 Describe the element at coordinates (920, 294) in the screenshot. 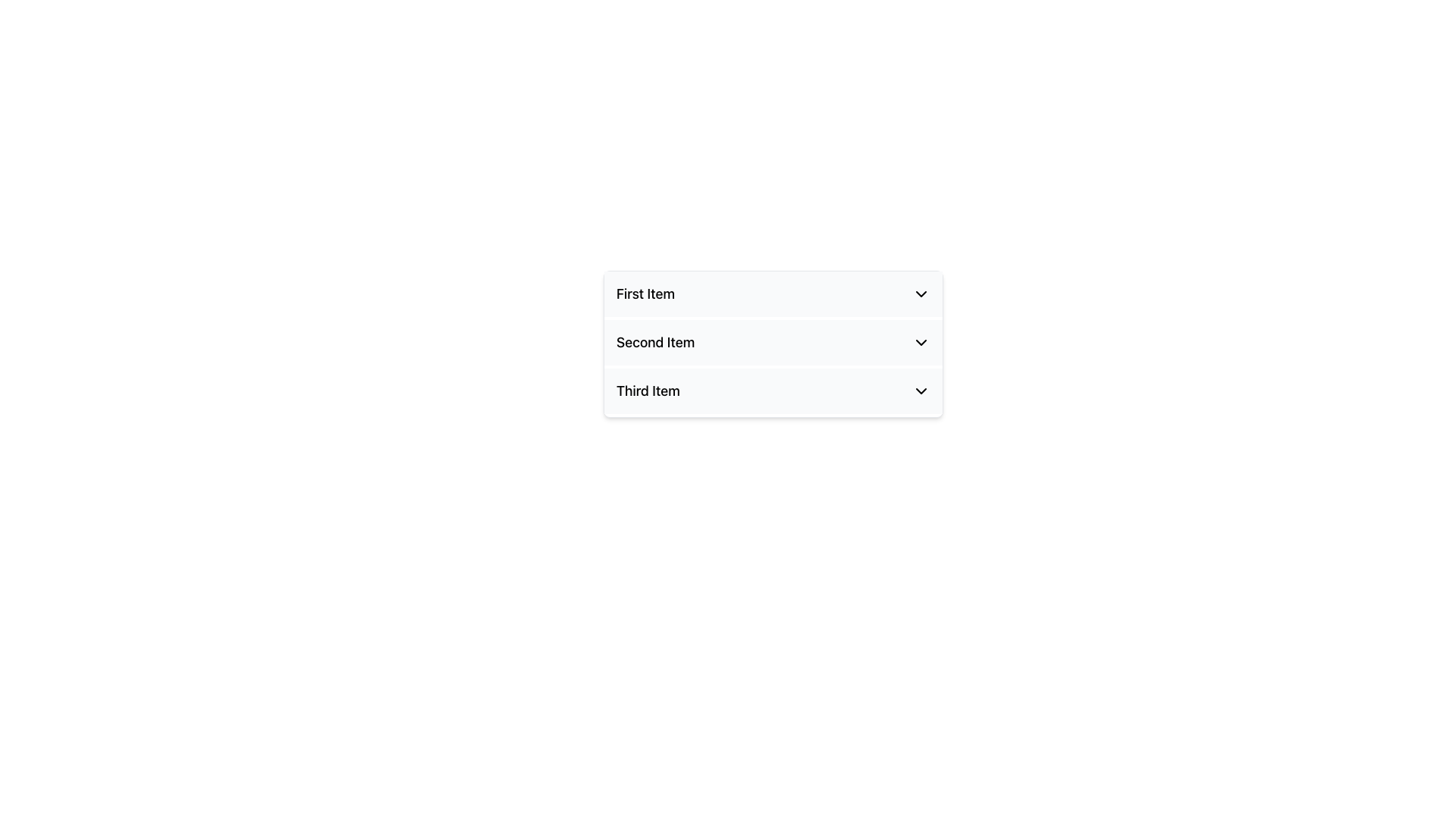

I see `the downward-facing chevron icon at the far right of the 'First Item' row` at that location.